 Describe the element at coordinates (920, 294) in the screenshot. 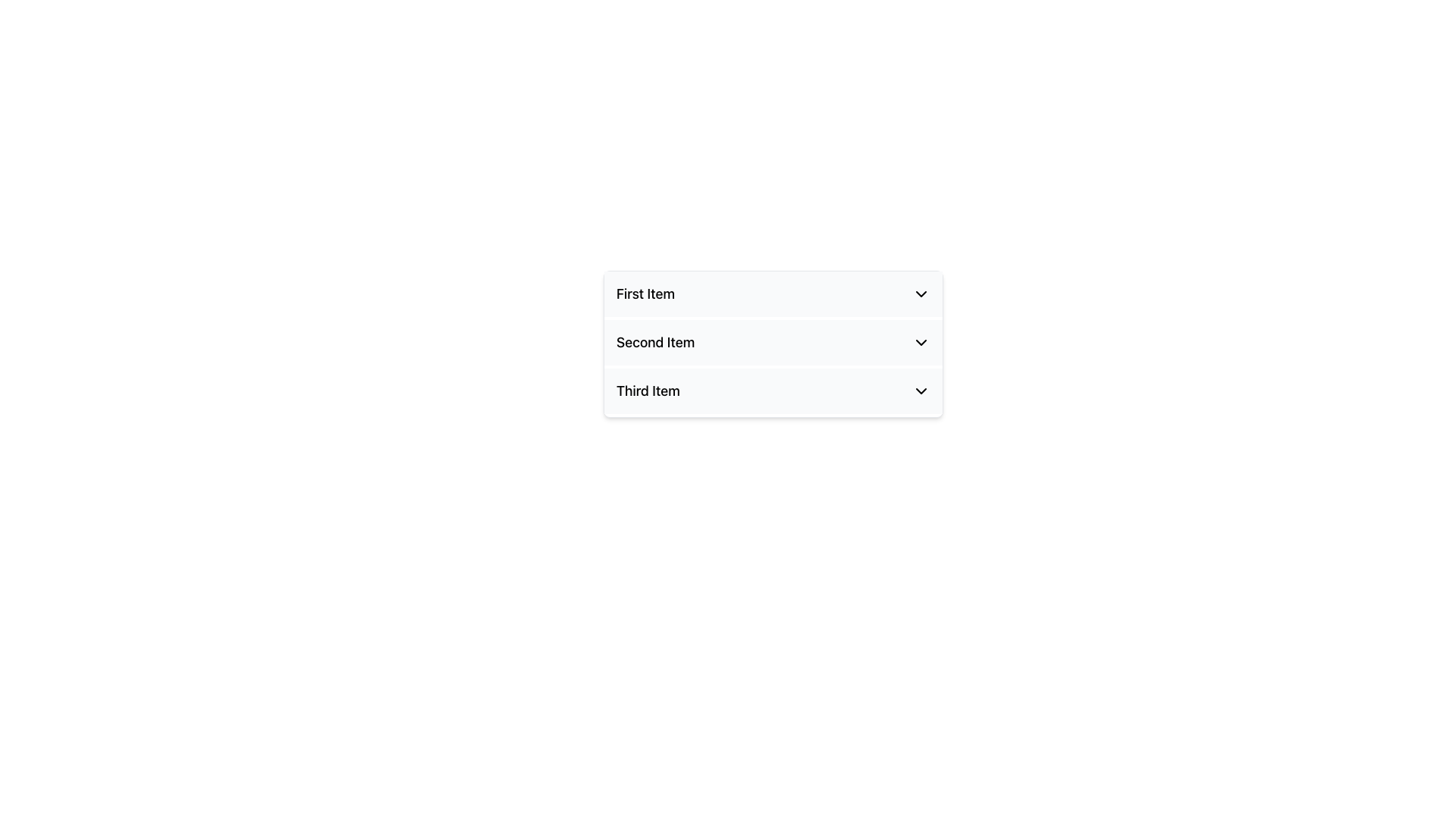

I see `the downward-facing chevron icon at the far right of the 'First Item' row` at that location.